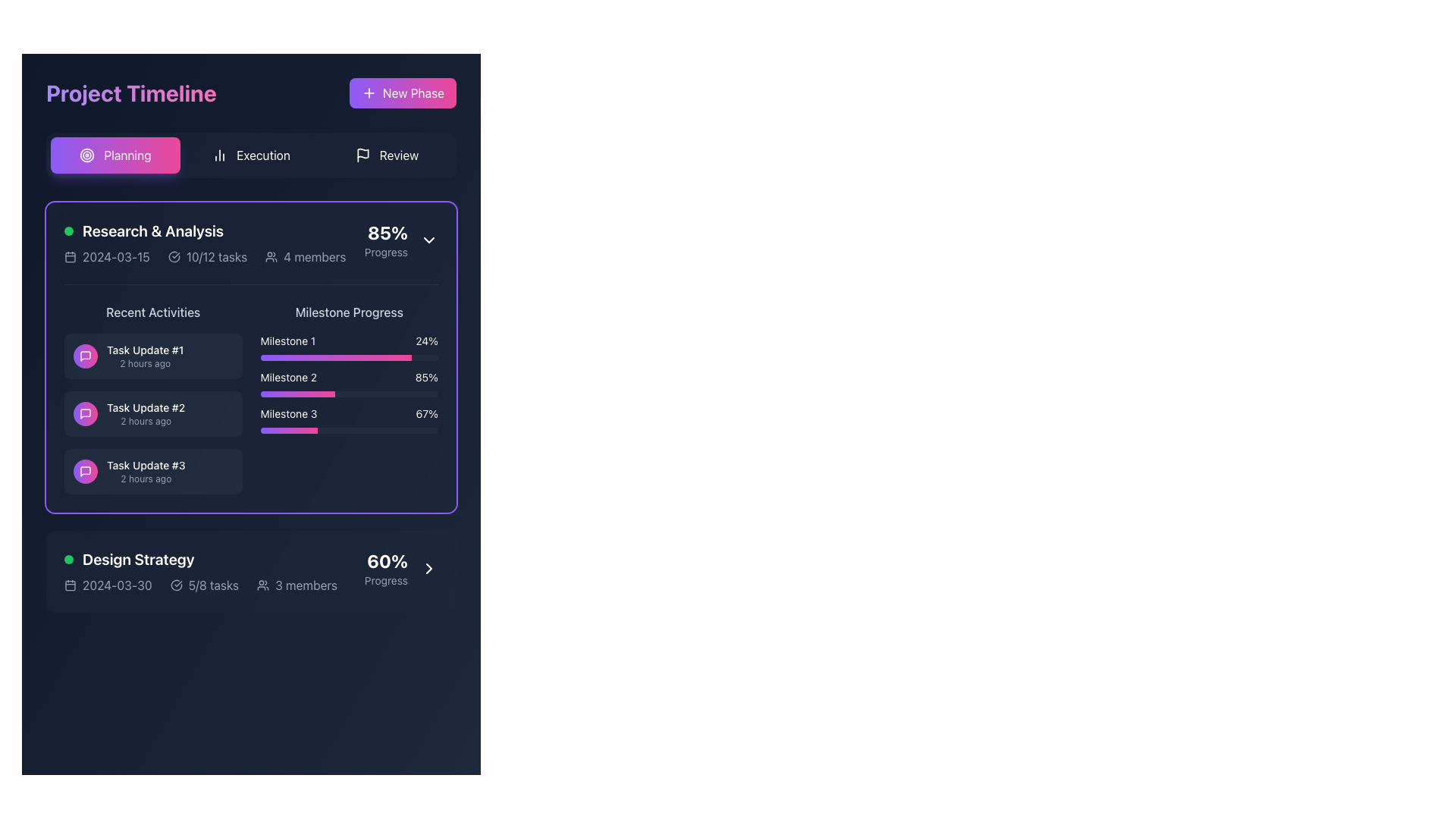 Image resolution: width=1456 pixels, height=819 pixels. Describe the element at coordinates (251, 155) in the screenshot. I see `the 'Execution' button in the tab navigation system to trigger hover effects` at that location.